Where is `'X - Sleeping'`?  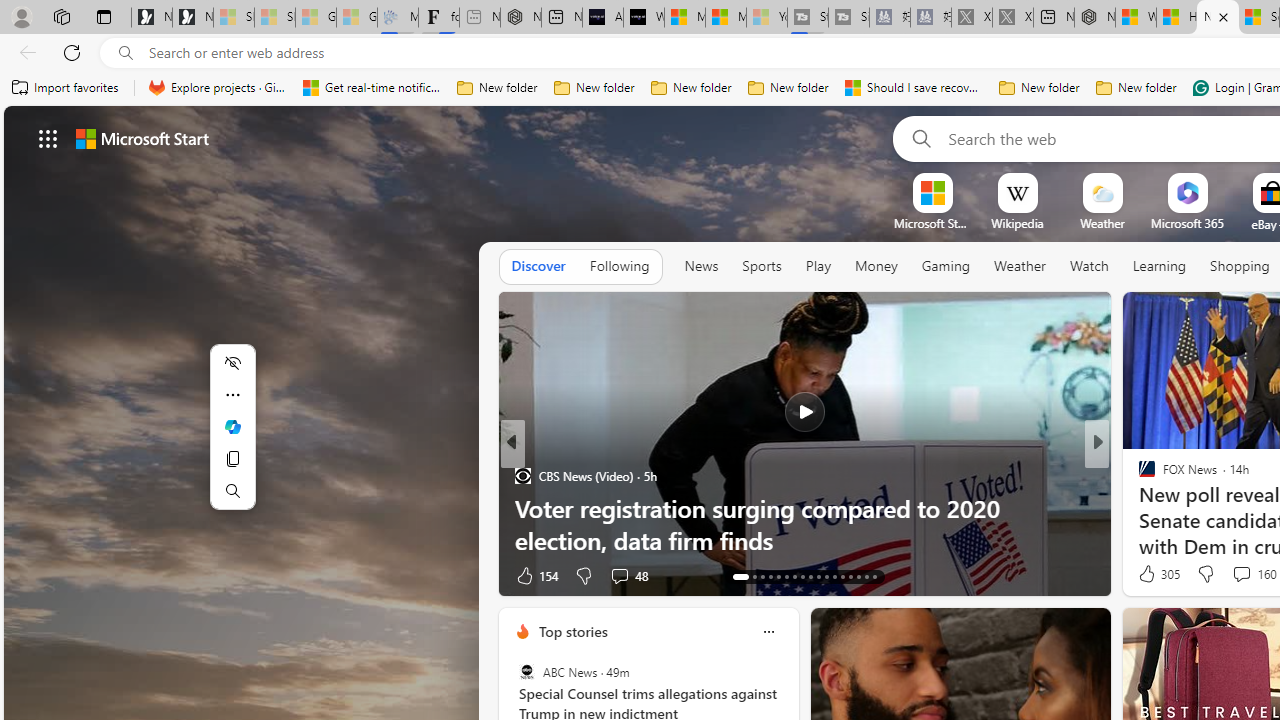
'X - Sleeping' is located at coordinates (1013, 17).